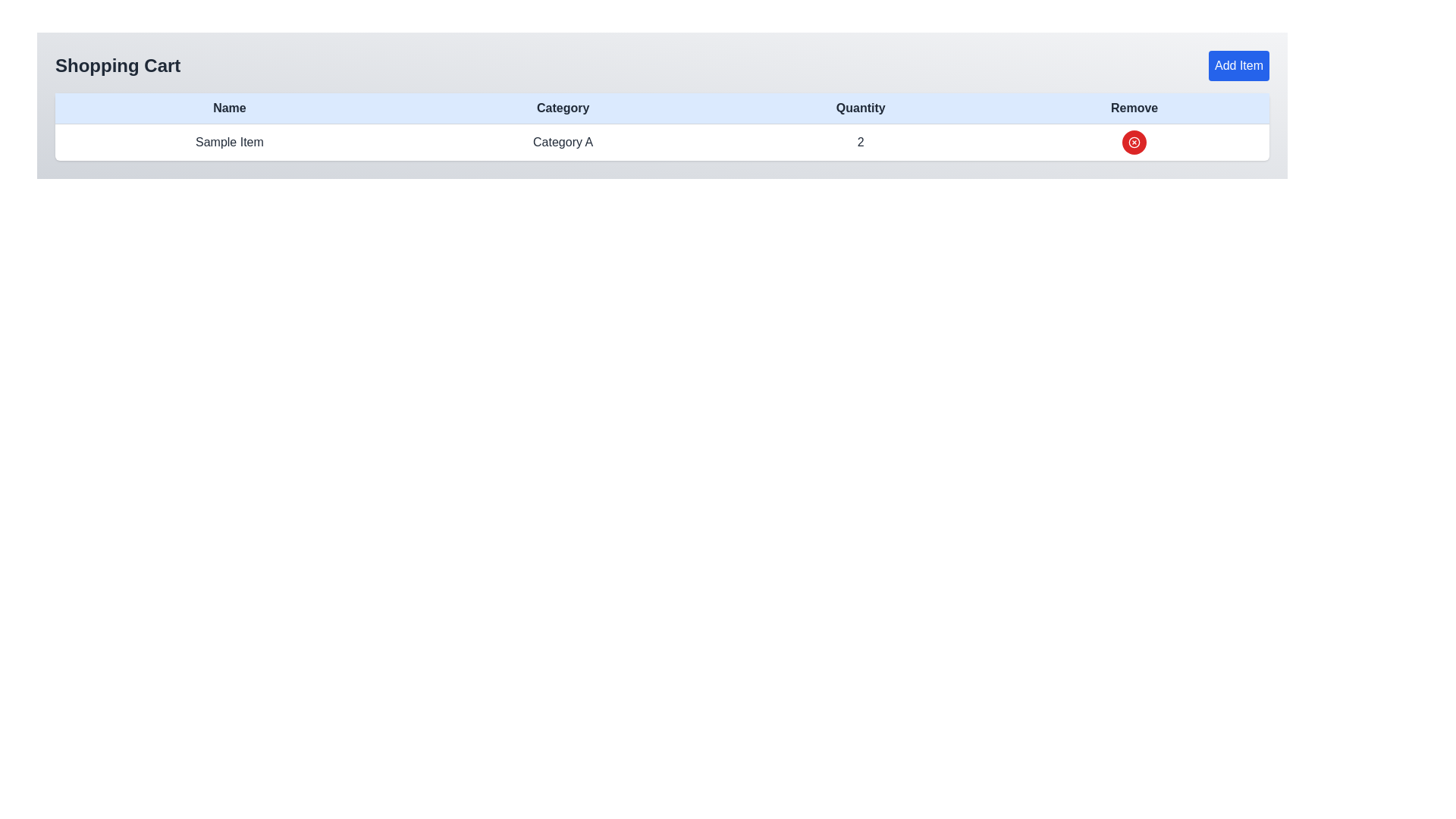  Describe the element at coordinates (228, 142) in the screenshot. I see `the text label reading 'Sample Item' to interact if enabled, located in the first cell of the table under the 'Name' column heading` at that location.